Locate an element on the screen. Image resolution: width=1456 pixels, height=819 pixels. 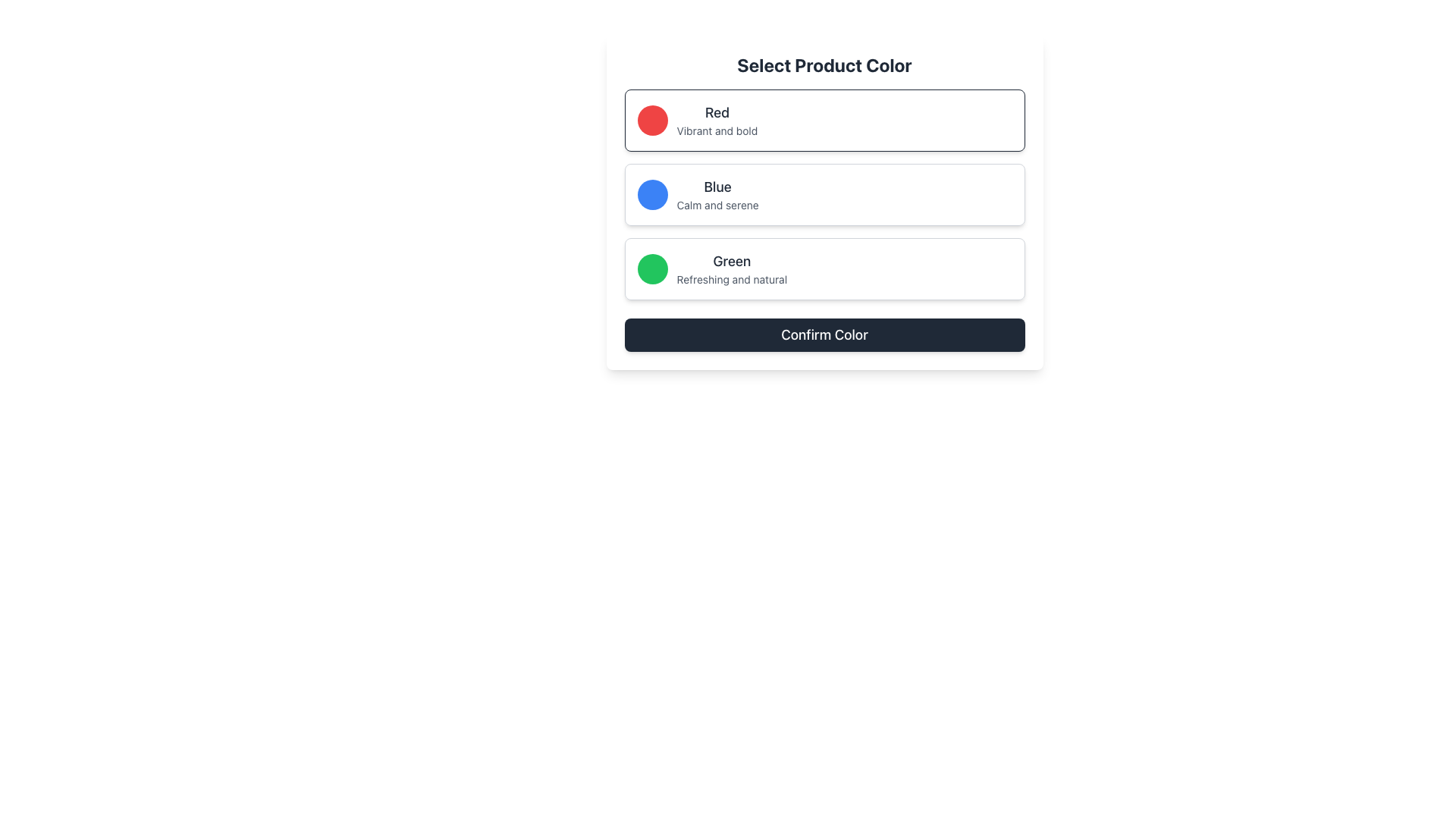
the Text Label that describes the 'Green' selection option, which is centered within its selection card and is the textual description of the third selection option is located at coordinates (732, 268).